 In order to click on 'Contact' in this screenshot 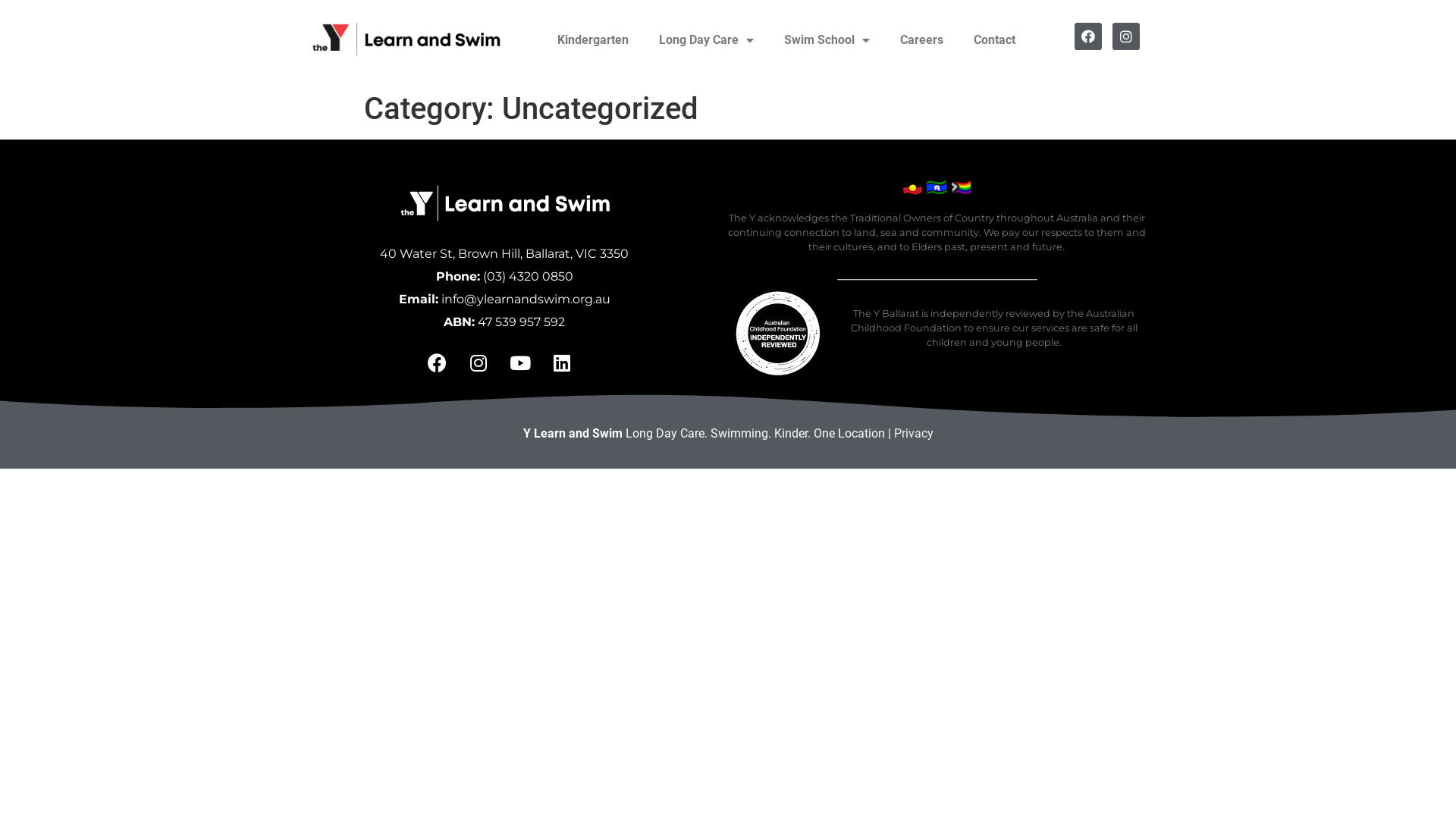, I will do `click(957, 39)`.